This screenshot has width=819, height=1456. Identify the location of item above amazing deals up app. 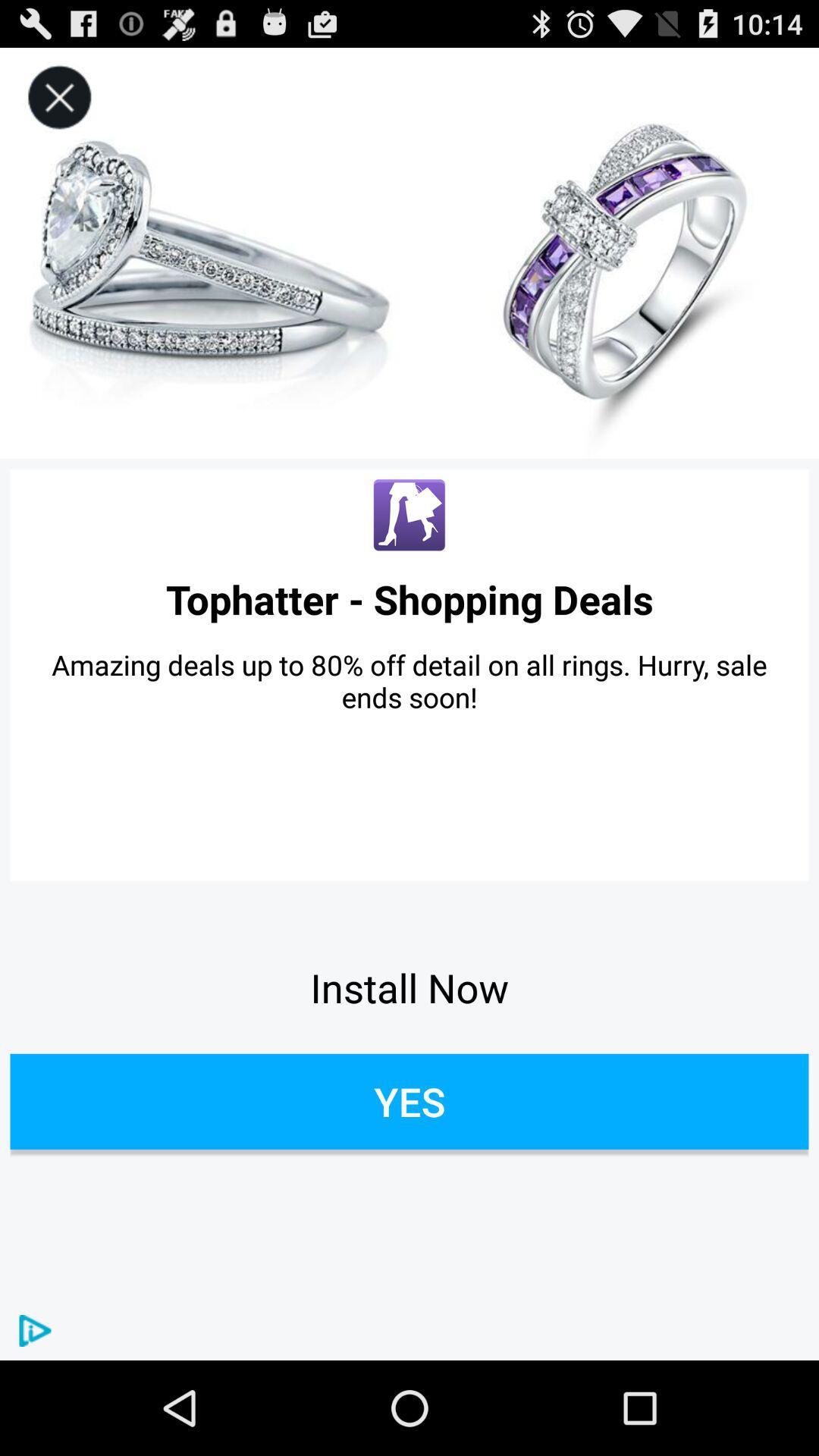
(409, 598).